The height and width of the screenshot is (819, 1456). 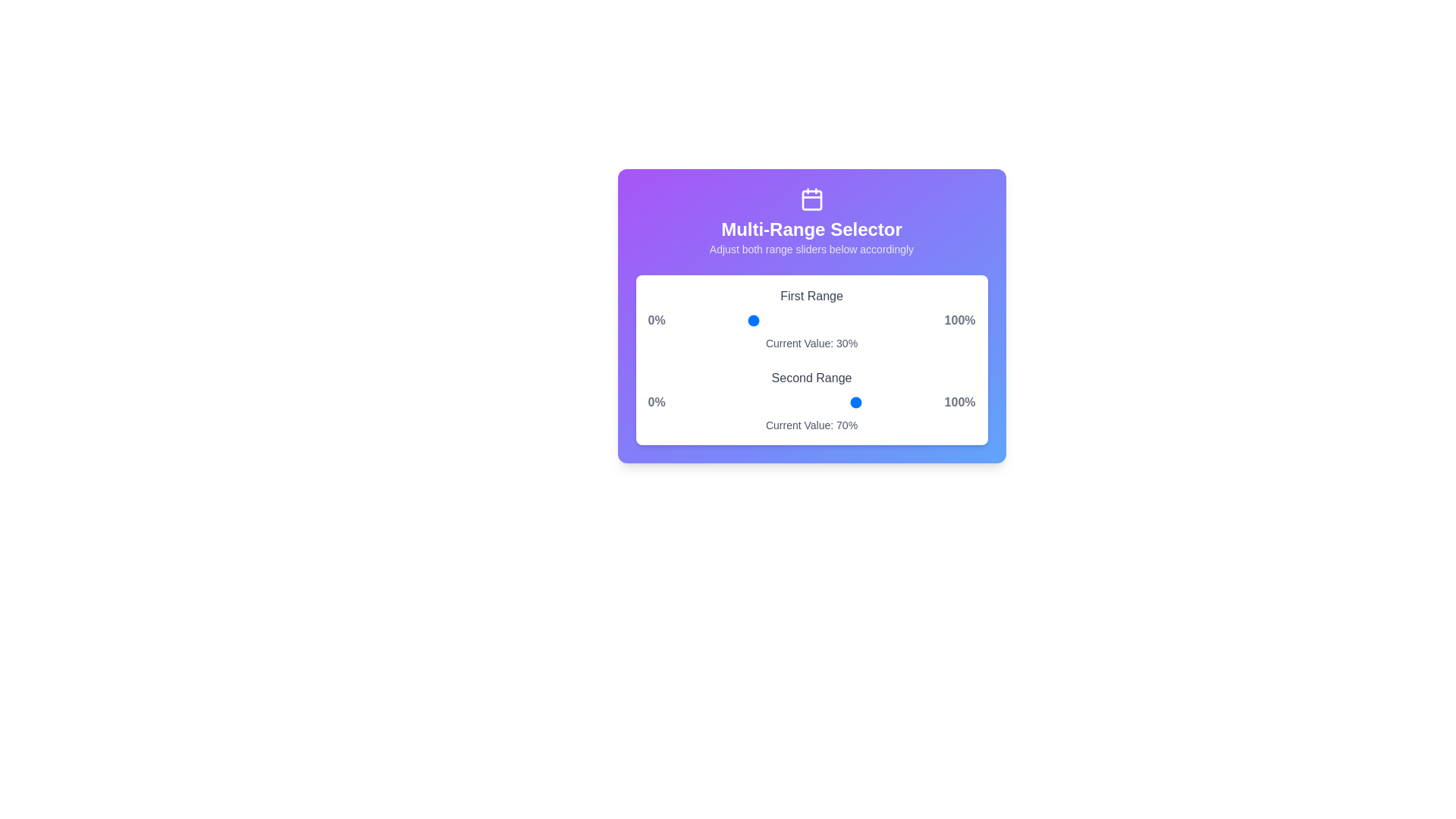 What do you see at coordinates (811, 199) in the screenshot?
I see `the large inner rectangle of the calendar icon located at the top of the interface` at bounding box center [811, 199].